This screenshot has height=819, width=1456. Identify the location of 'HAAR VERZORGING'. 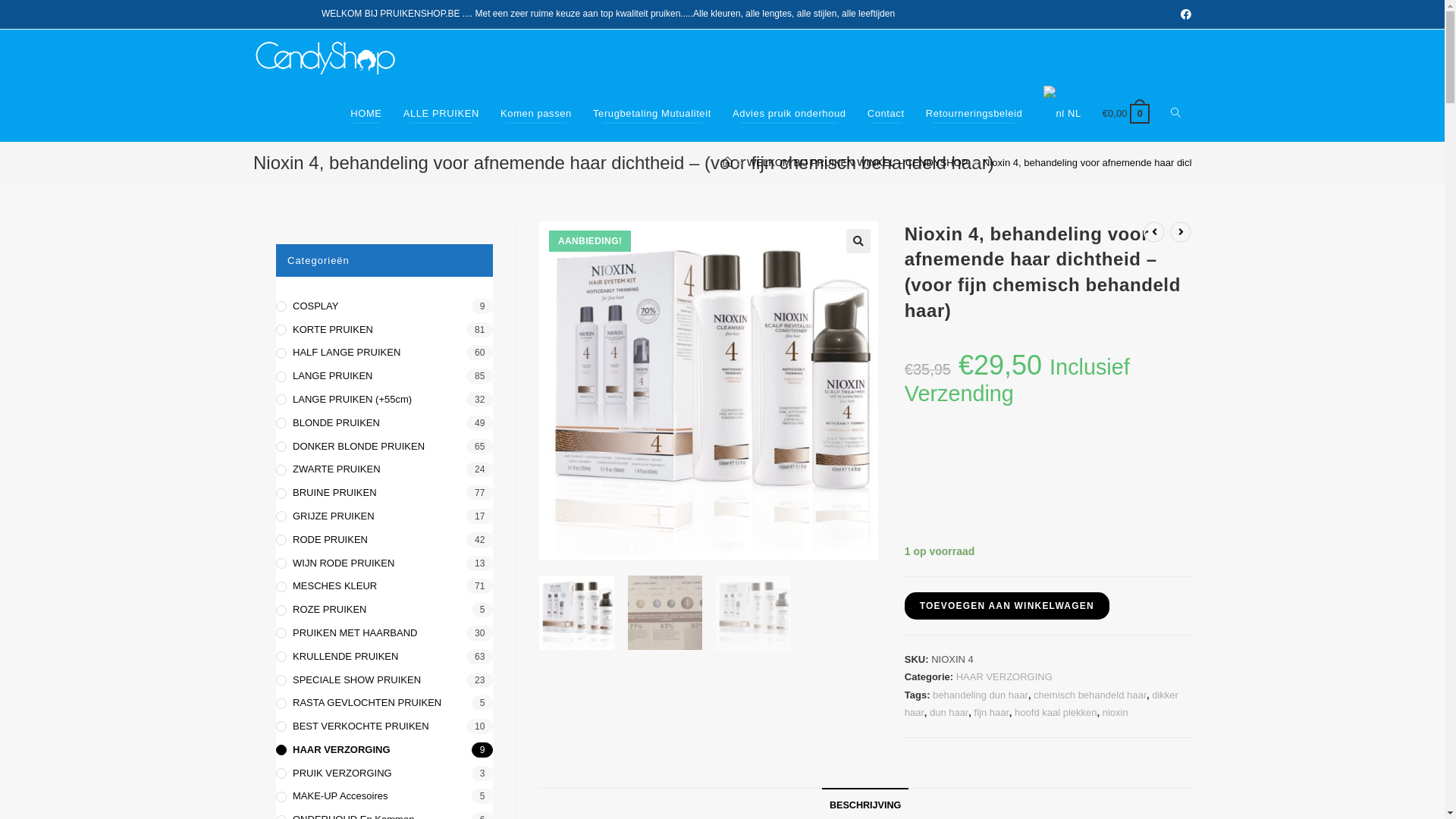
(1004, 676).